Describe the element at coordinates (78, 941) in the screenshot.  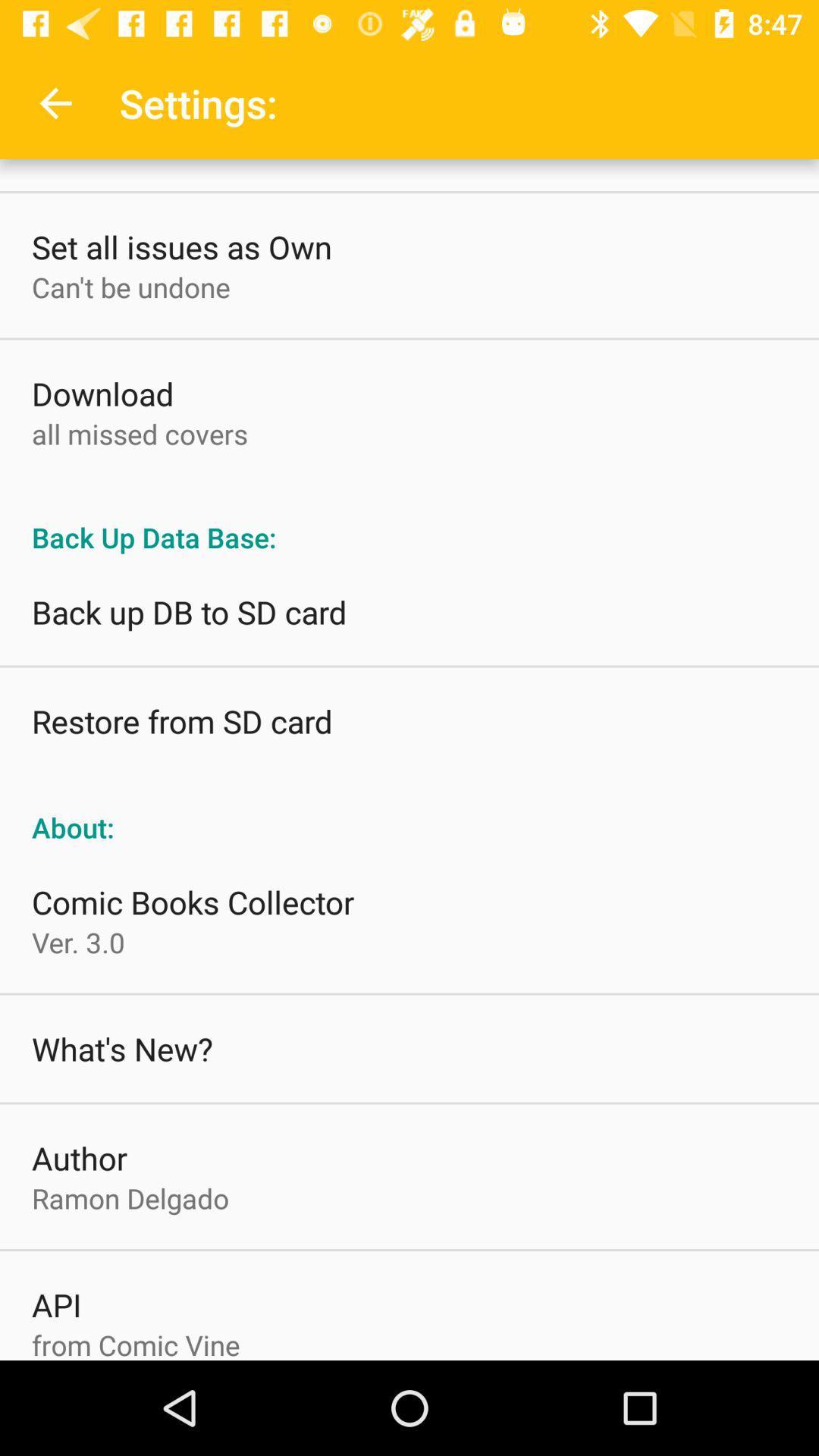
I see `the item below comic books collector item` at that location.